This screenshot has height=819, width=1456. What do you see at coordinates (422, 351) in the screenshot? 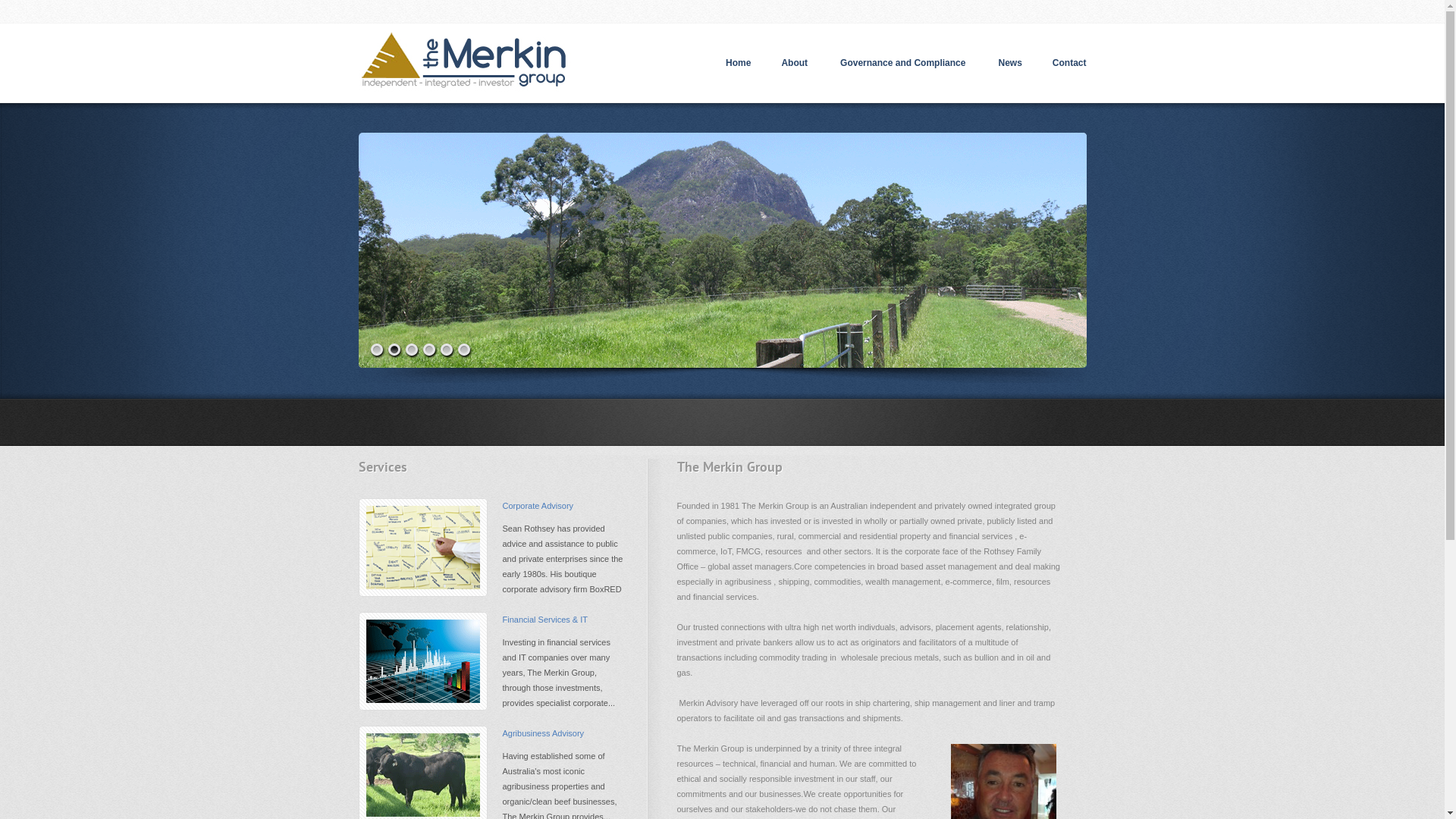
I see `'4'` at bounding box center [422, 351].